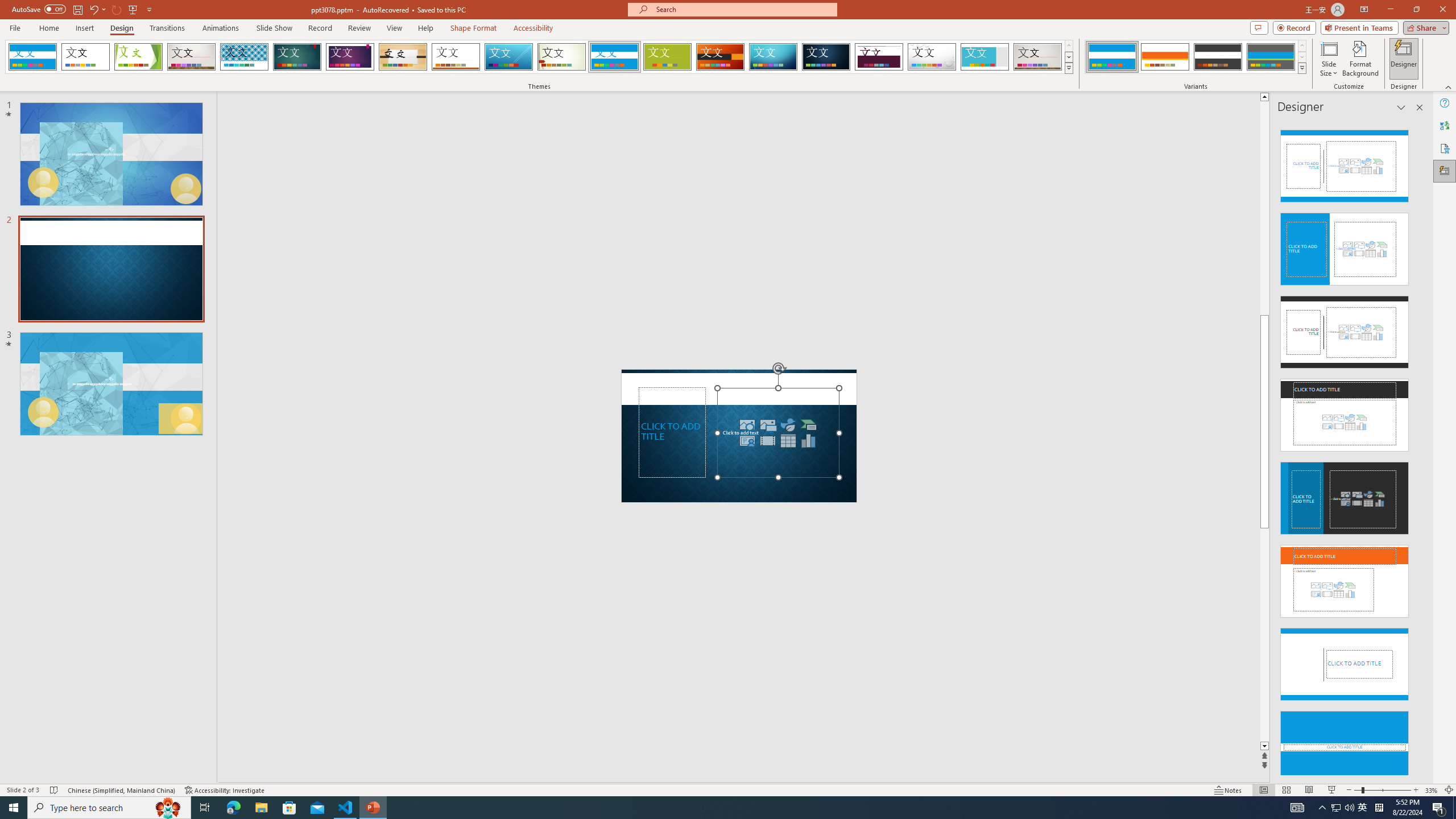 The image size is (1456, 819). Describe the element at coordinates (508, 56) in the screenshot. I see `'Slice'` at that location.